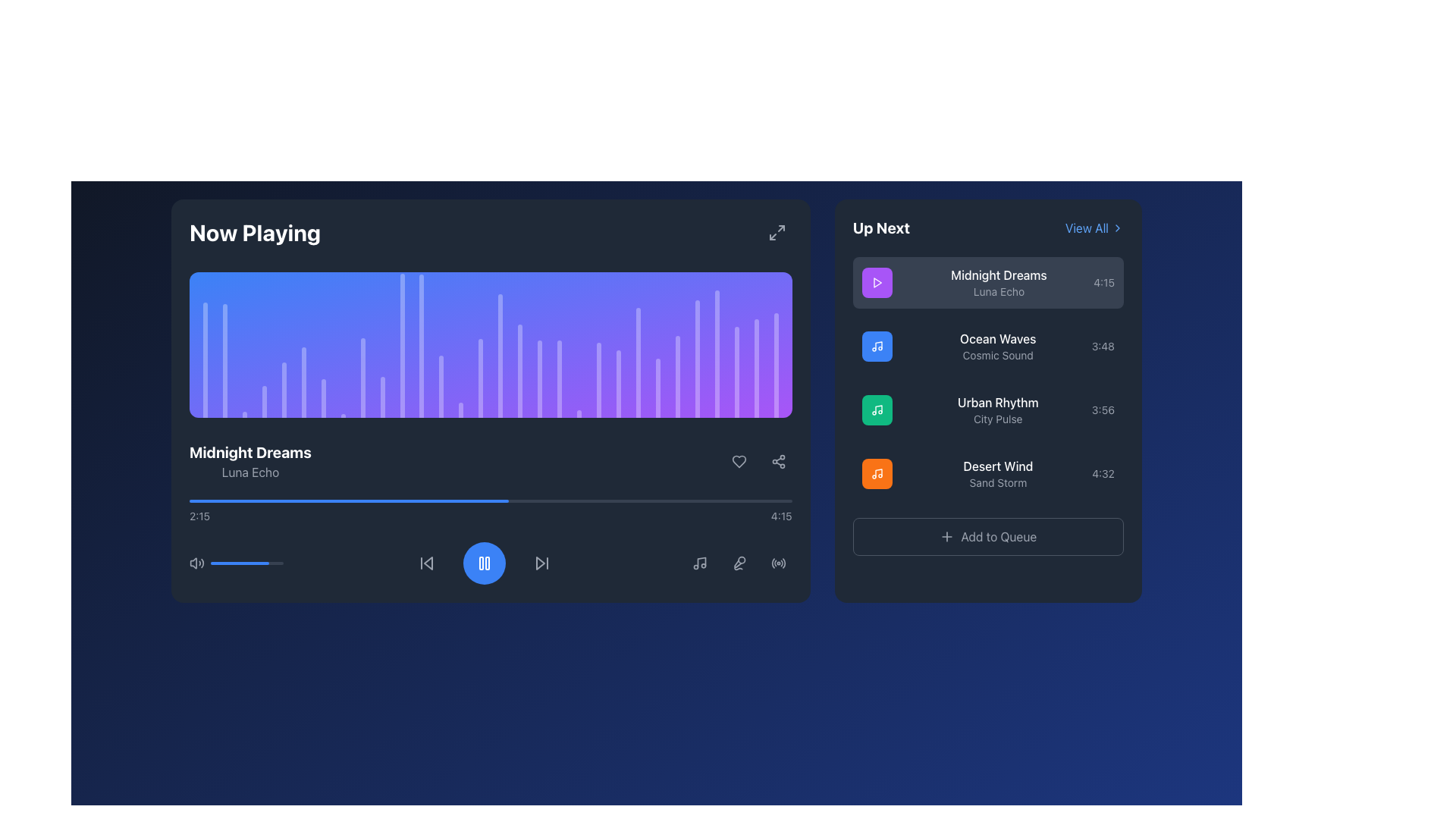  Describe the element at coordinates (877, 472) in the screenshot. I see `the music icon representing the track 'Desert Wind'` at that location.